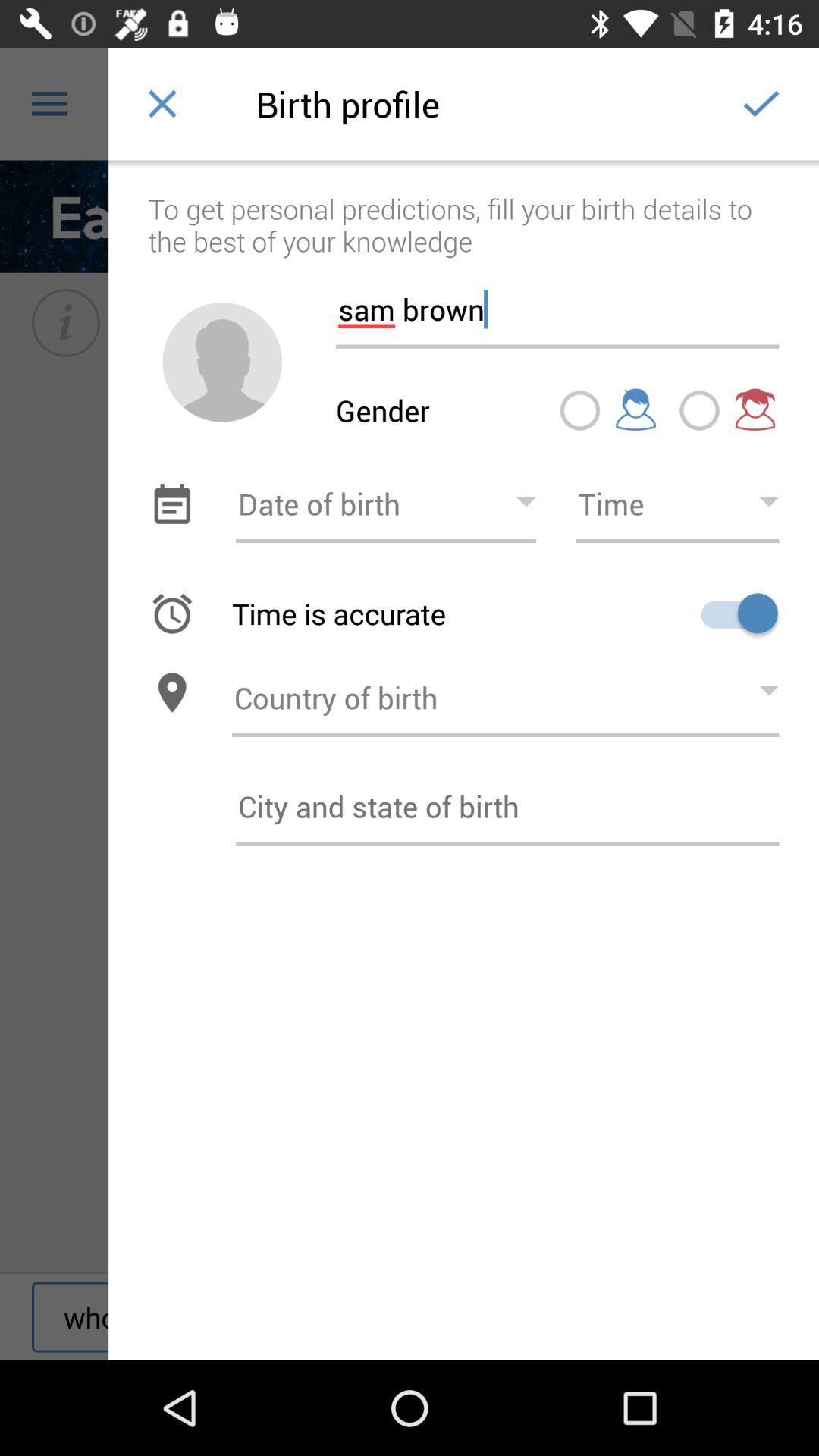  I want to click on the to get personal, so click(463, 209).